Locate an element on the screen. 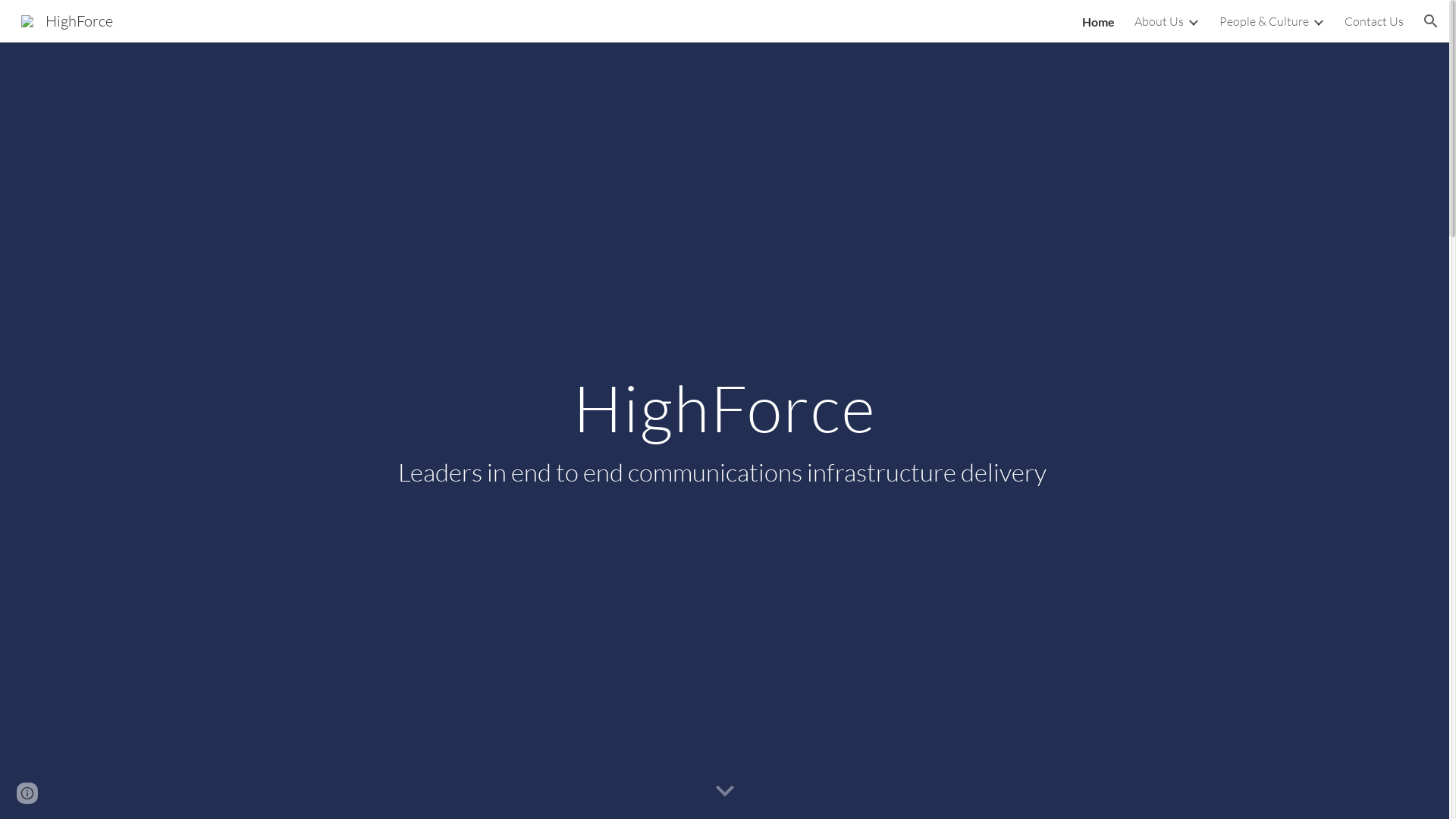 This screenshot has height=819, width=1456. 'People & Culture' is located at coordinates (1263, 20).